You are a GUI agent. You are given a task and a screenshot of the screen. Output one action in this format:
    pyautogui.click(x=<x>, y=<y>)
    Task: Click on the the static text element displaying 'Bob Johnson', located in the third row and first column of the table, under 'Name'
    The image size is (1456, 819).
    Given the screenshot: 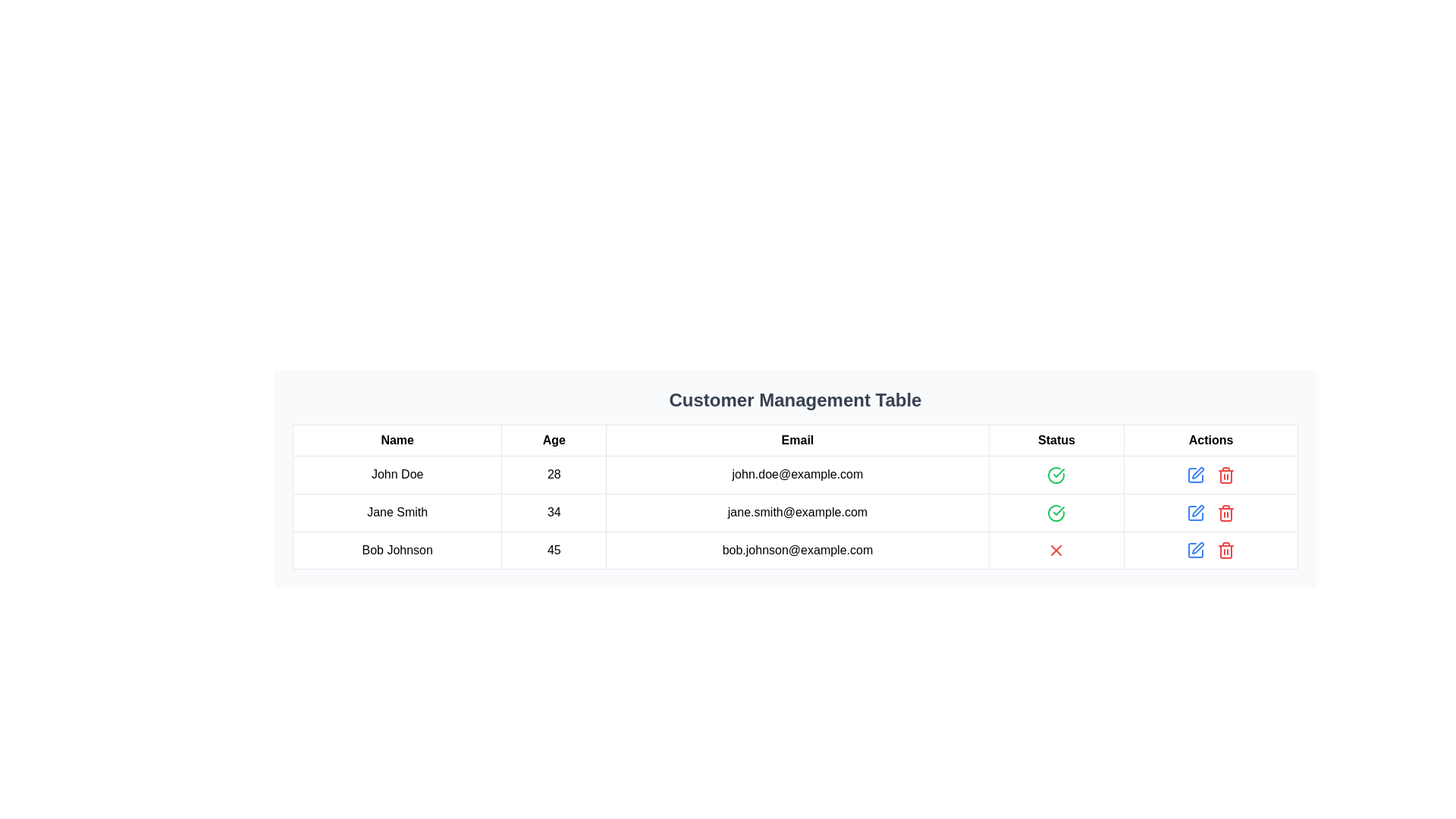 What is the action you would take?
    pyautogui.click(x=397, y=550)
    